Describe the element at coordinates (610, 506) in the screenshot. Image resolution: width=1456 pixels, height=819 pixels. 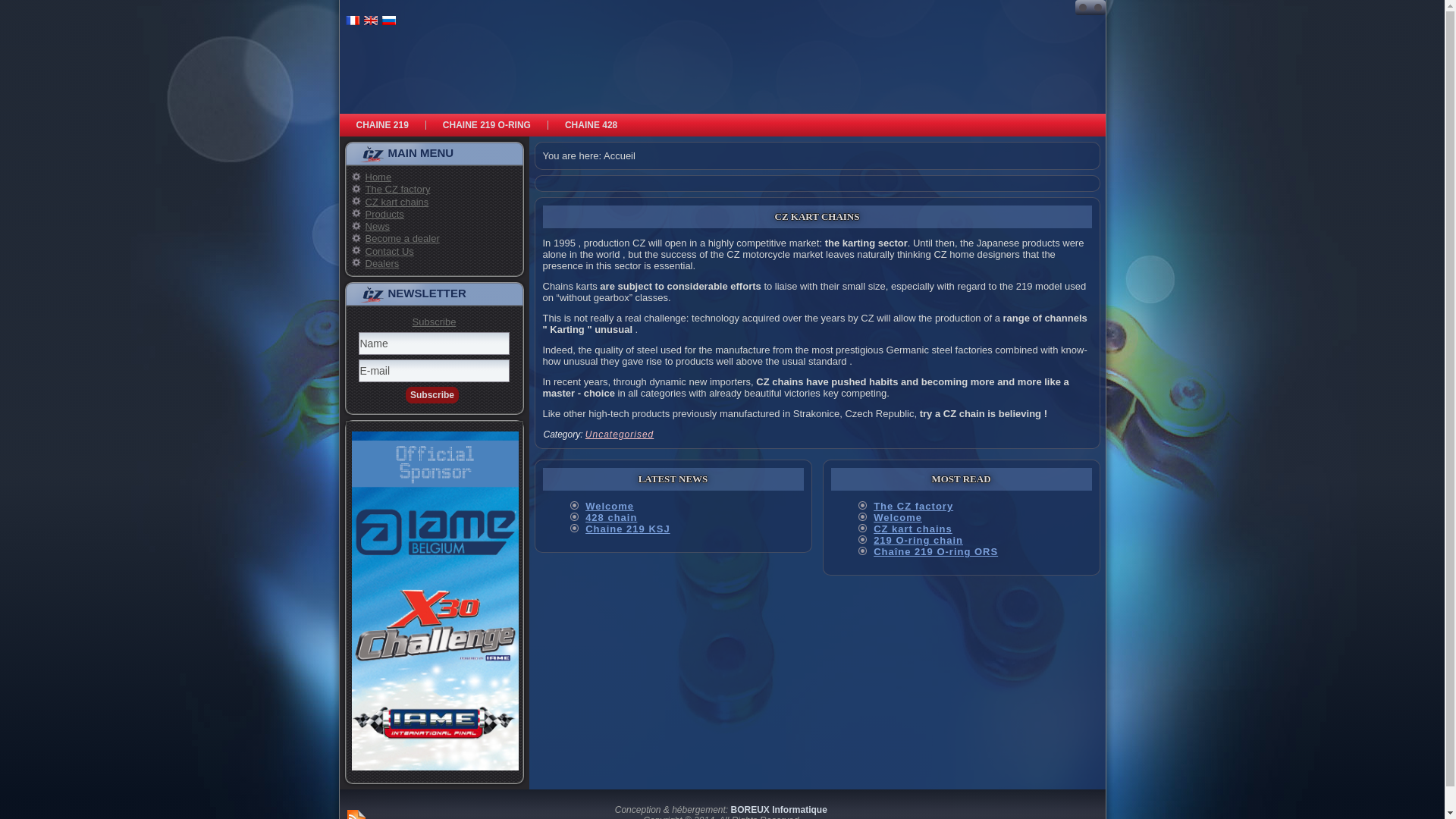
I see `'Welcome'` at that location.